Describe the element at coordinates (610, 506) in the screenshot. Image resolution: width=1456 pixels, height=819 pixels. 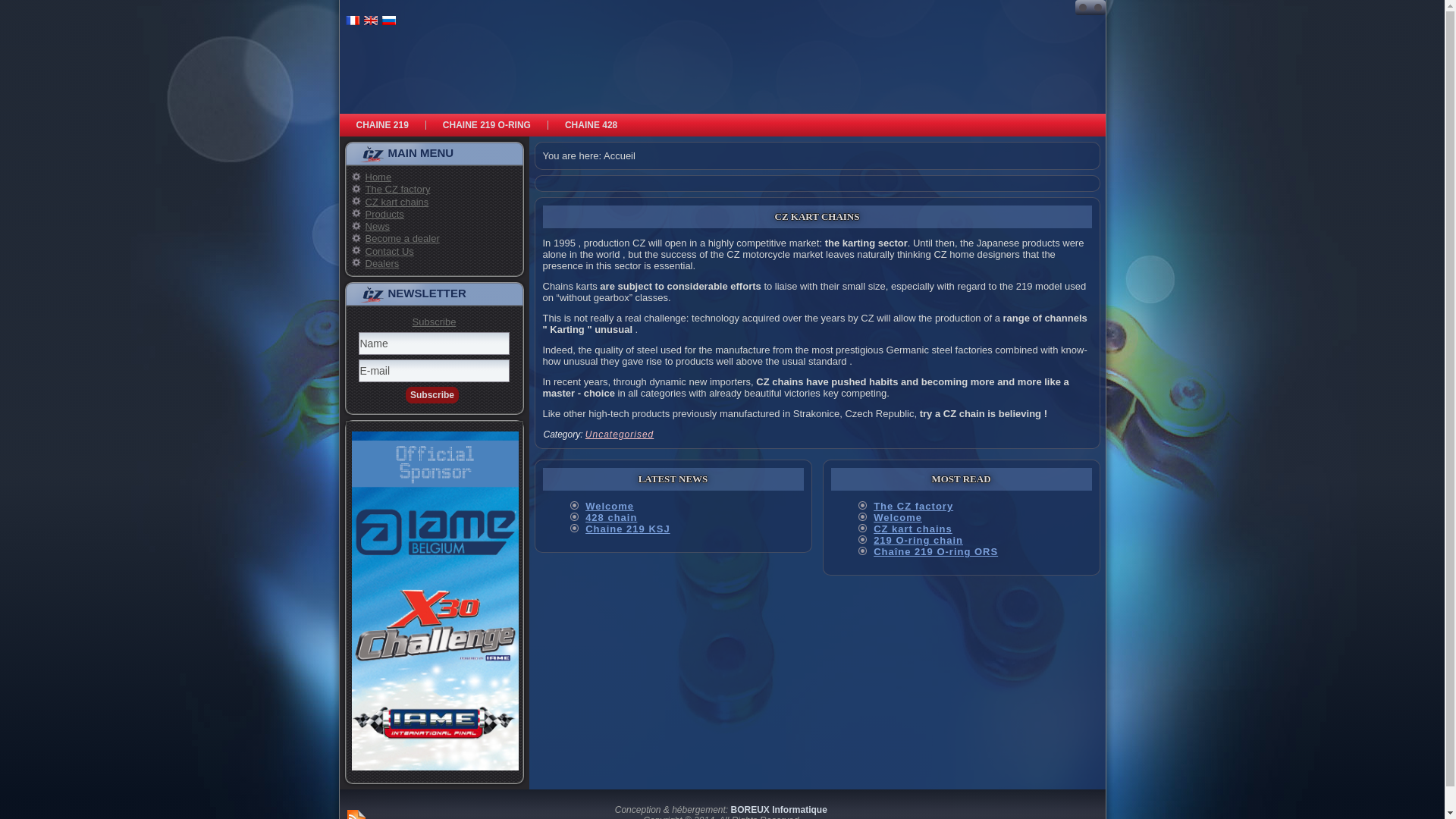
I see `'Welcome'` at that location.